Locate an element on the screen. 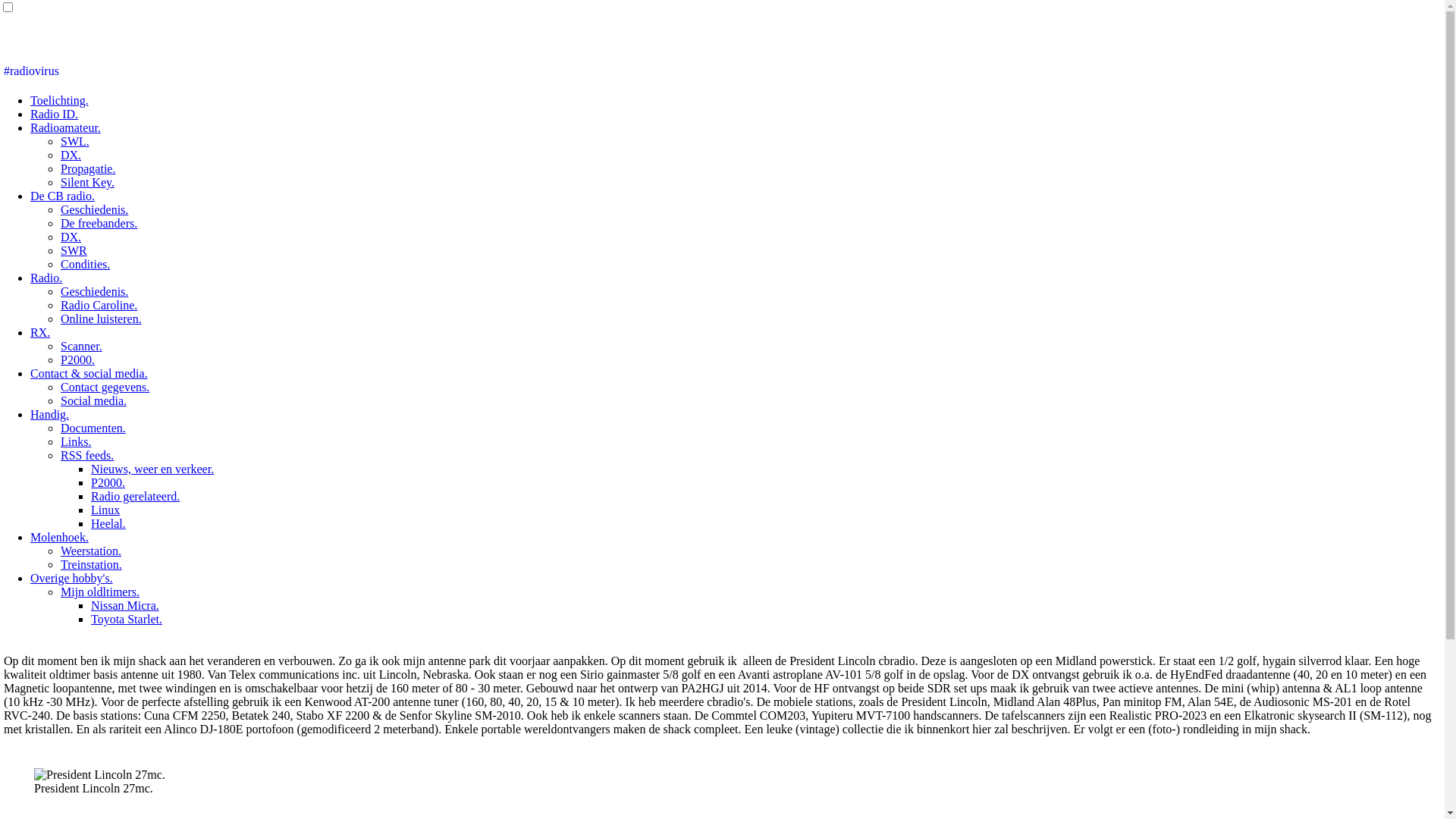 This screenshot has width=1456, height=819. 'Nissan Micra.' is located at coordinates (124, 604).